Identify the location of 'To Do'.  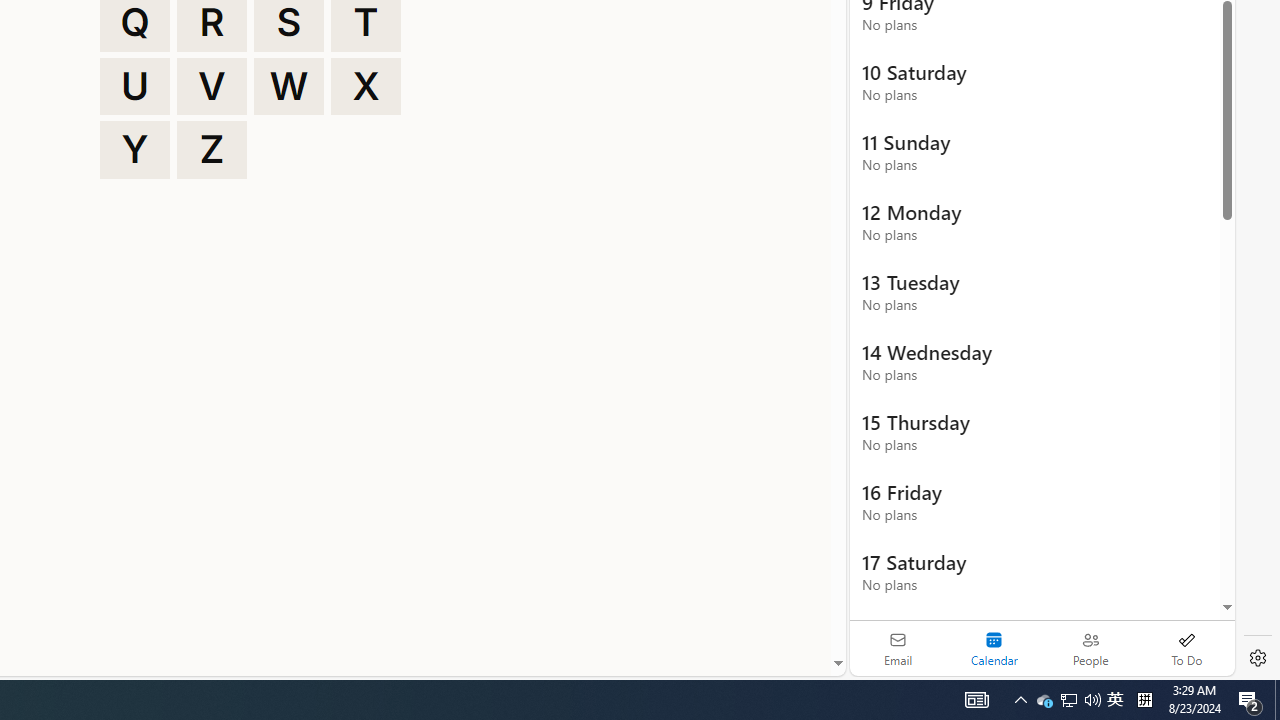
(1186, 648).